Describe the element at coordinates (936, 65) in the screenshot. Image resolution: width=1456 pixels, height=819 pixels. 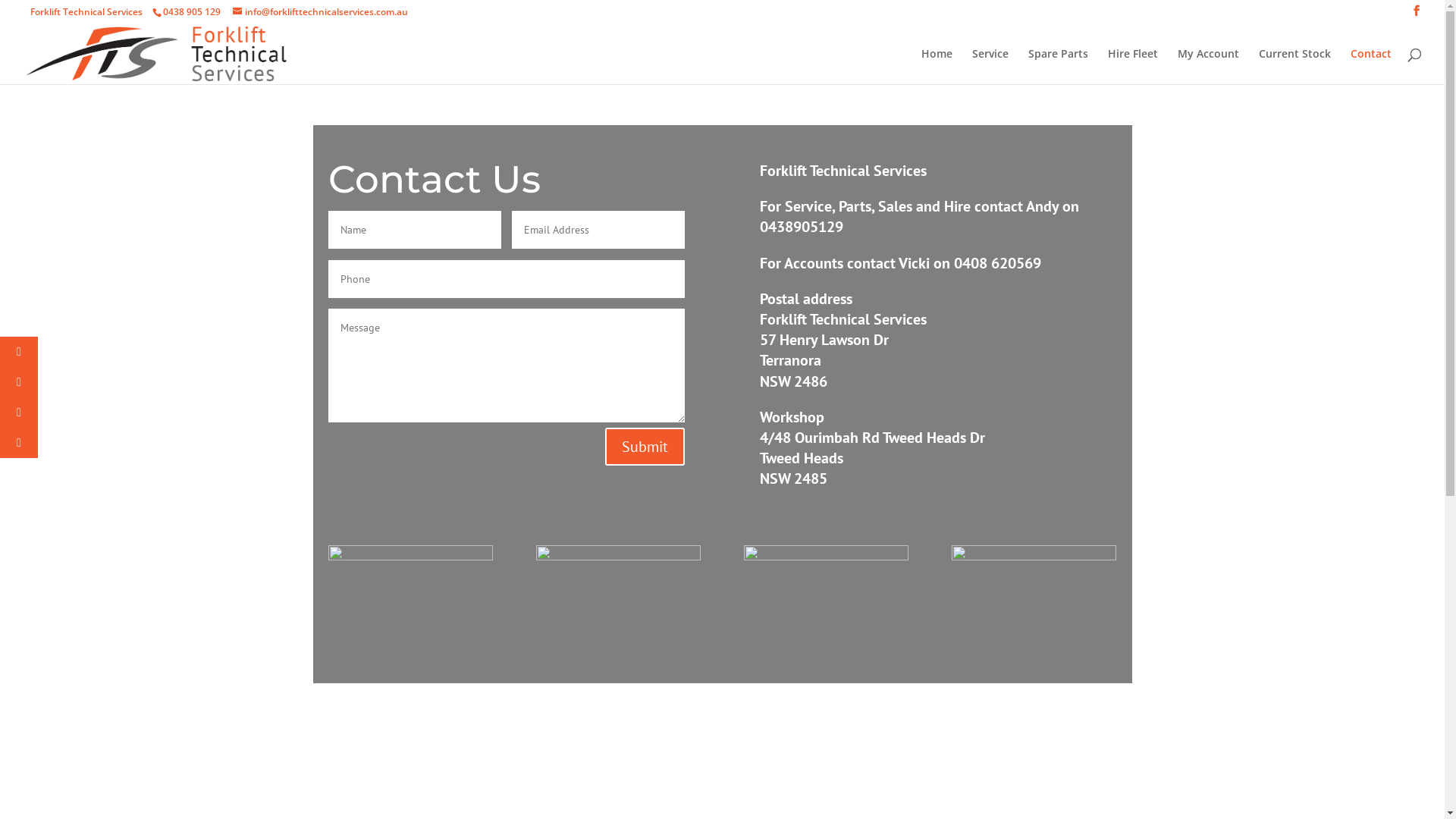
I see `'Home'` at that location.